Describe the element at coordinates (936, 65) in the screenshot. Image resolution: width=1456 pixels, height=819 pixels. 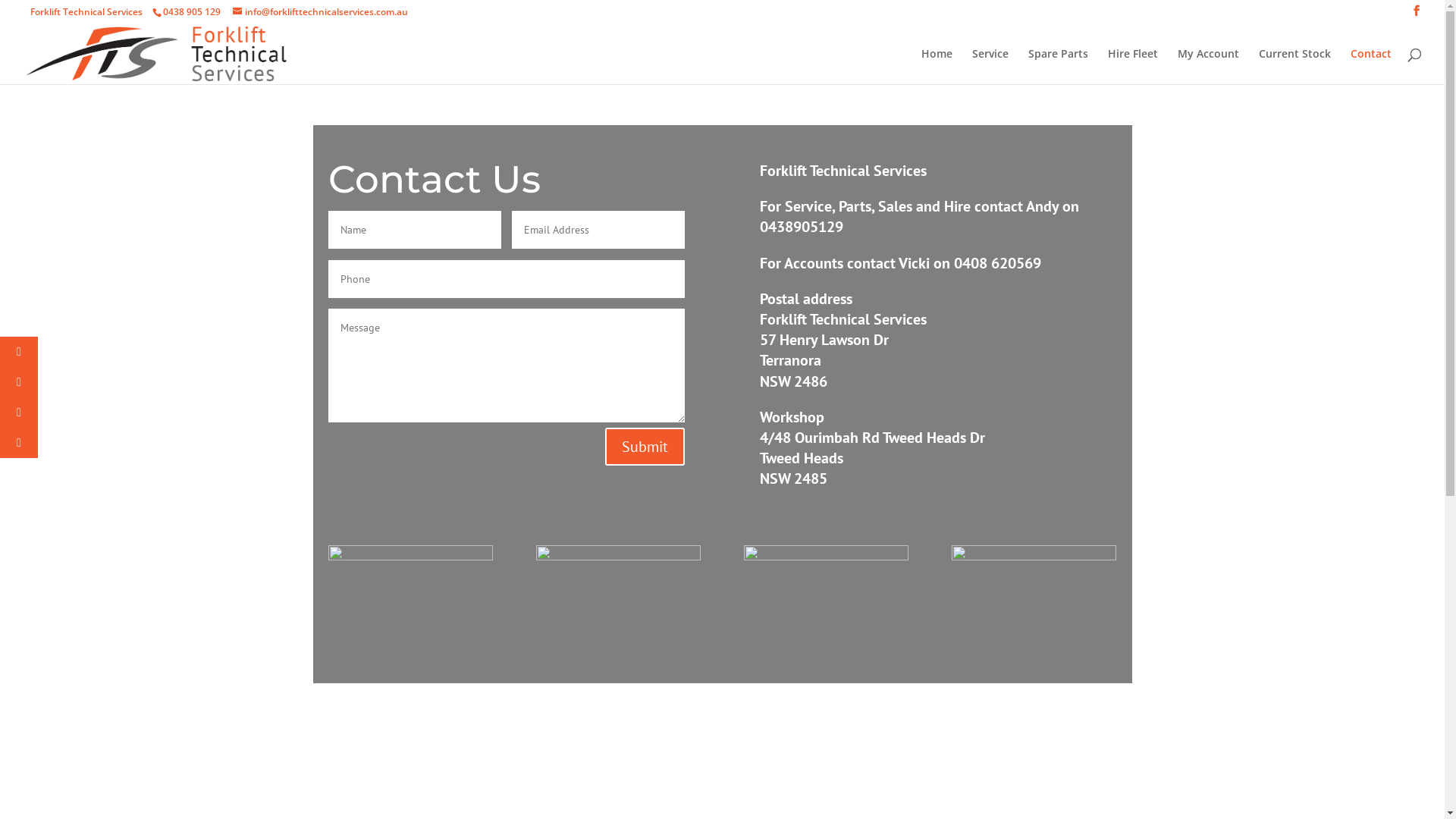
I see `'Home'` at that location.